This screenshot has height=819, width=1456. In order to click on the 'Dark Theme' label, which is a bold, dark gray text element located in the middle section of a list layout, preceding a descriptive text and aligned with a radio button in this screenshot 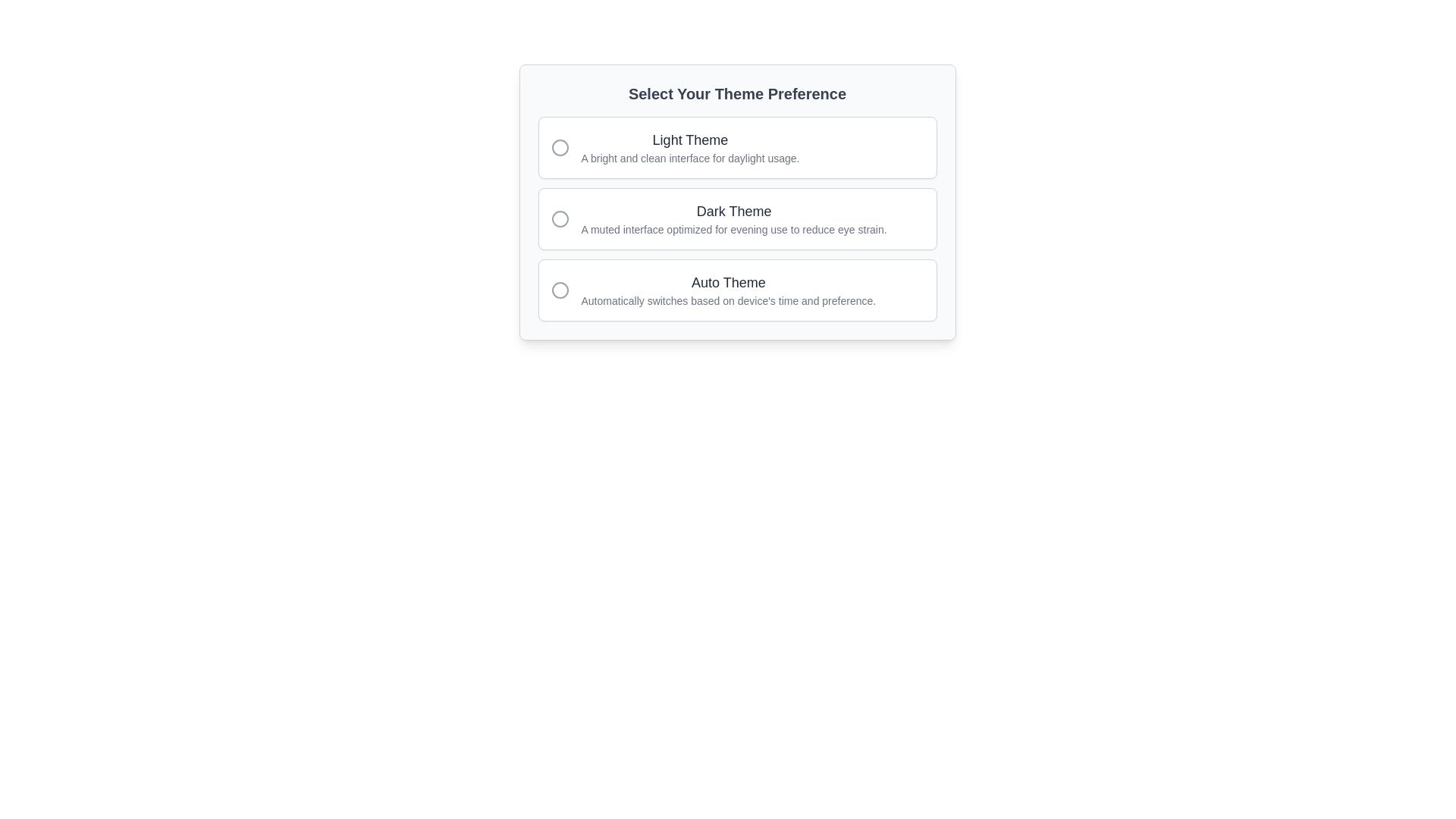, I will do `click(734, 211)`.